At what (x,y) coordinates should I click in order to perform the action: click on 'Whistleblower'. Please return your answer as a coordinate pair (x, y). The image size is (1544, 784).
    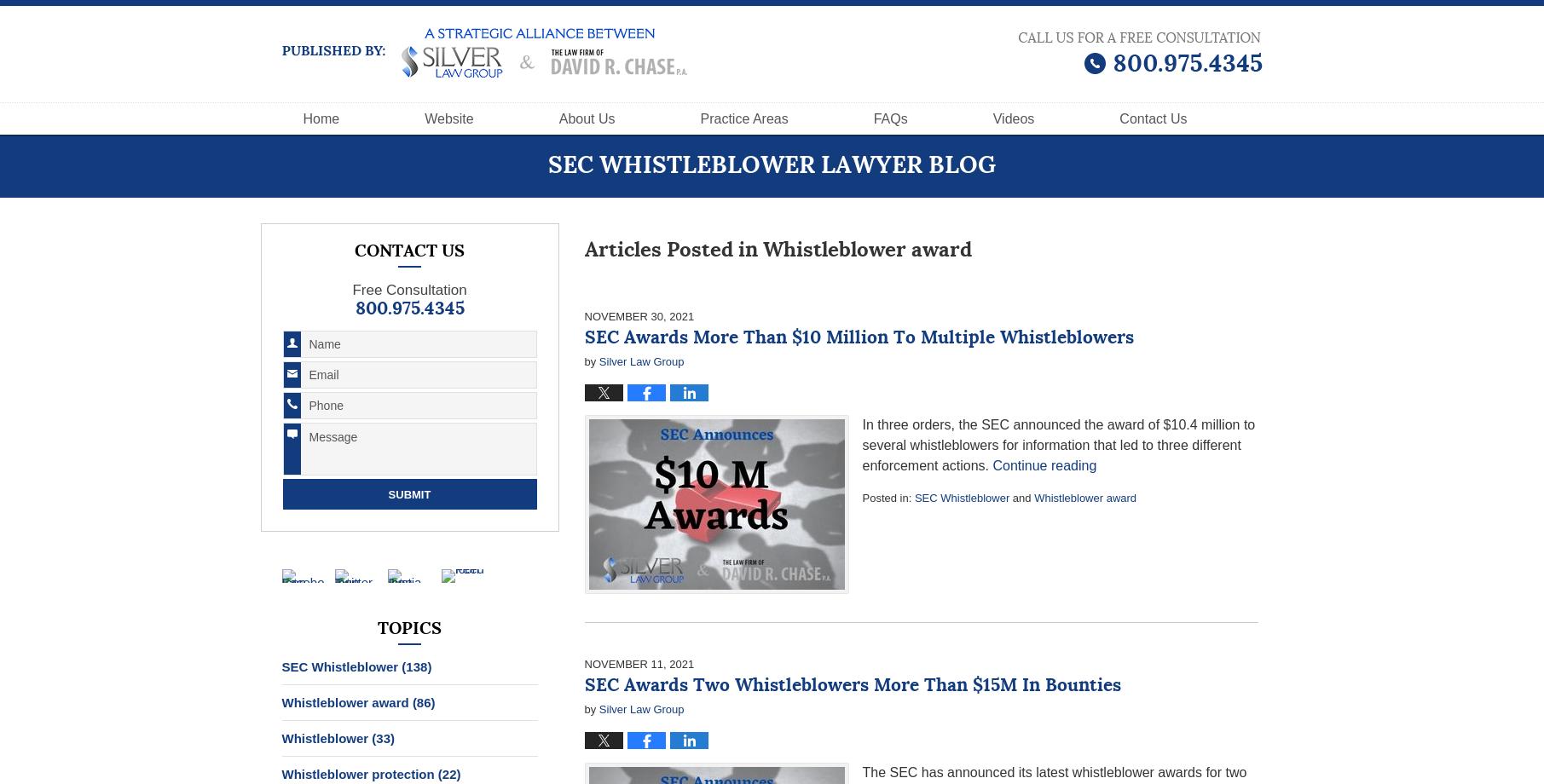
    Looking at the image, I should click on (326, 737).